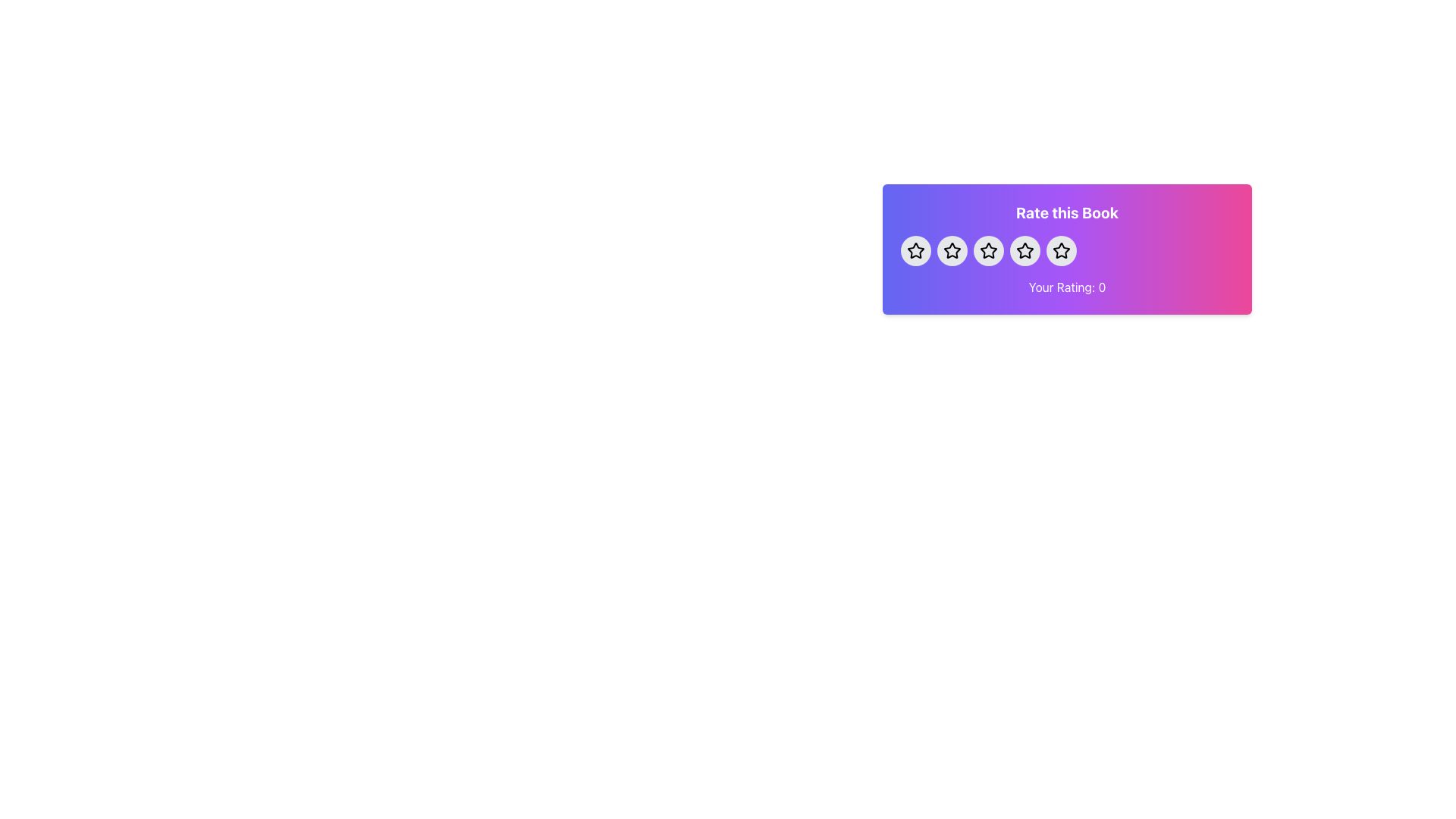  Describe the element at coordinates (952, 250) in the screenshot. I see `the second star in the rating card labeled 'Rate this Book' for accessibility navigation` at that location.